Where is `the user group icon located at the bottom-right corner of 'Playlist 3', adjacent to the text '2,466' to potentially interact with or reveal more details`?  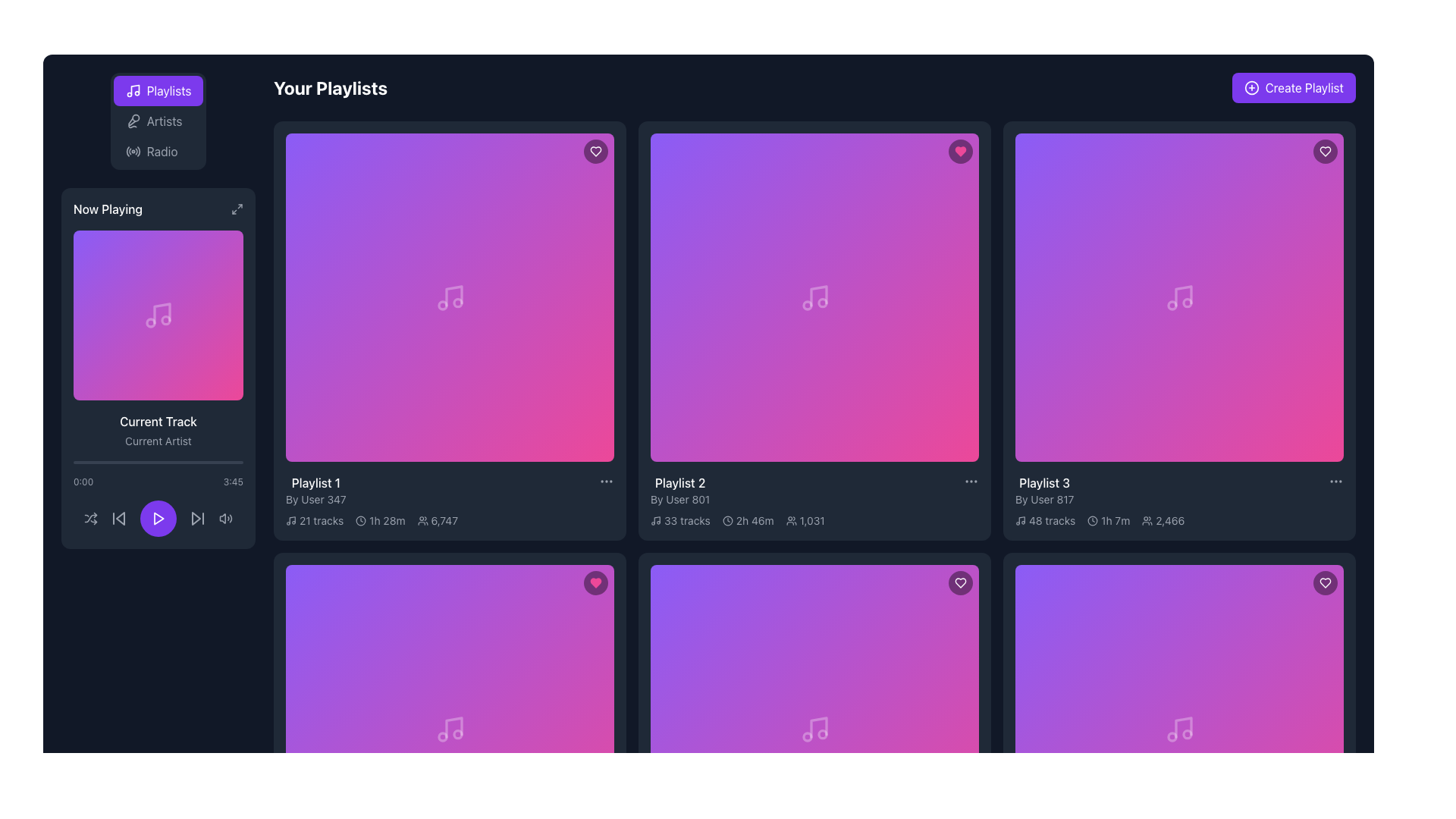
the user group icon located at the bottom-right corner of 'Playlist 3', adjacent to the text '2,466' to potentially interact with or reveal more details is located at coordinates (1147, 519).